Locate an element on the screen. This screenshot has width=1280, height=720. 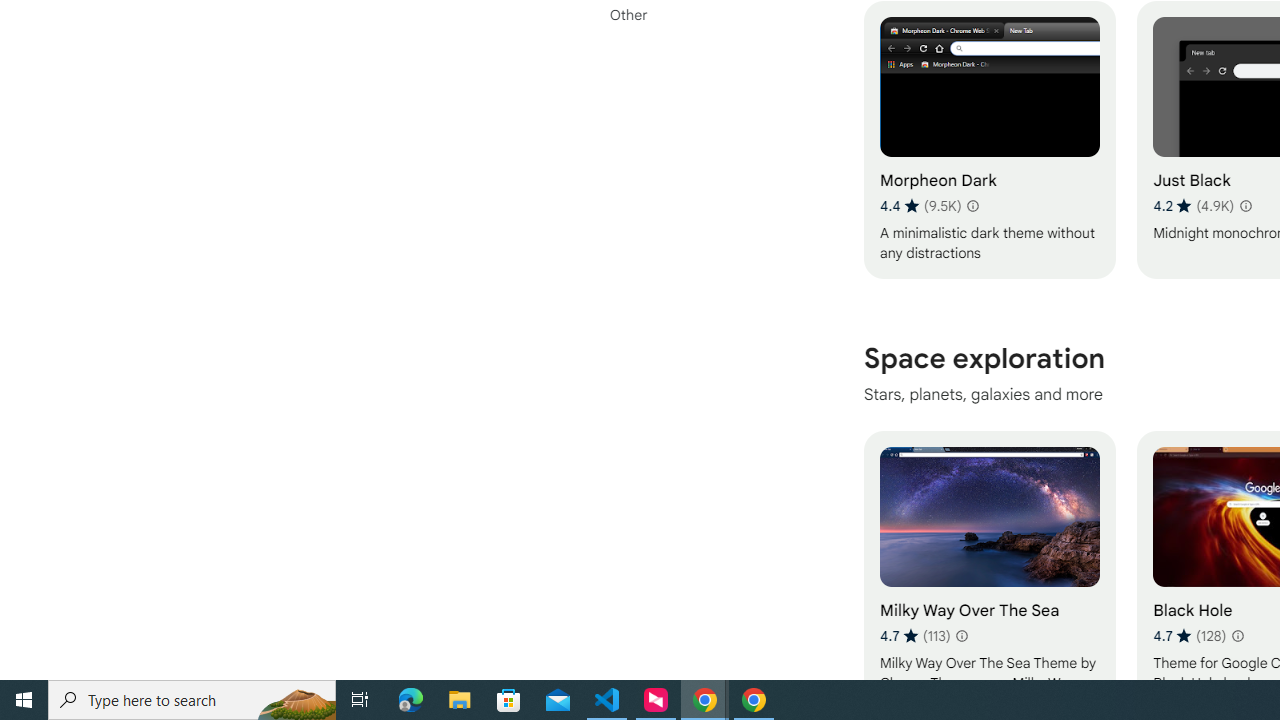
'Learn more about results and reviews "Morpheon Dark"' is located at coordinates (972, 205).